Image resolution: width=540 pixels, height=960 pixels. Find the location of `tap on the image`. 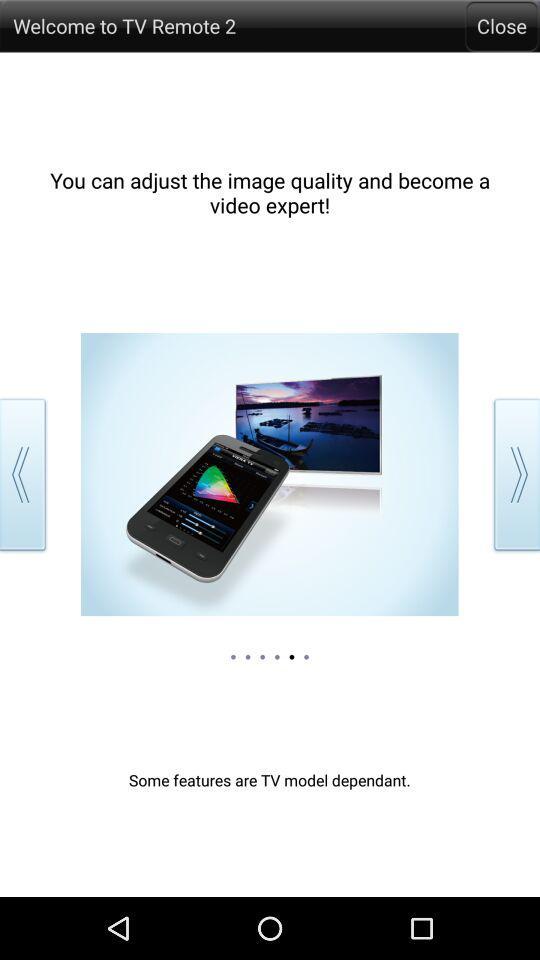

tap on the image is located at coordinates (270, 474).